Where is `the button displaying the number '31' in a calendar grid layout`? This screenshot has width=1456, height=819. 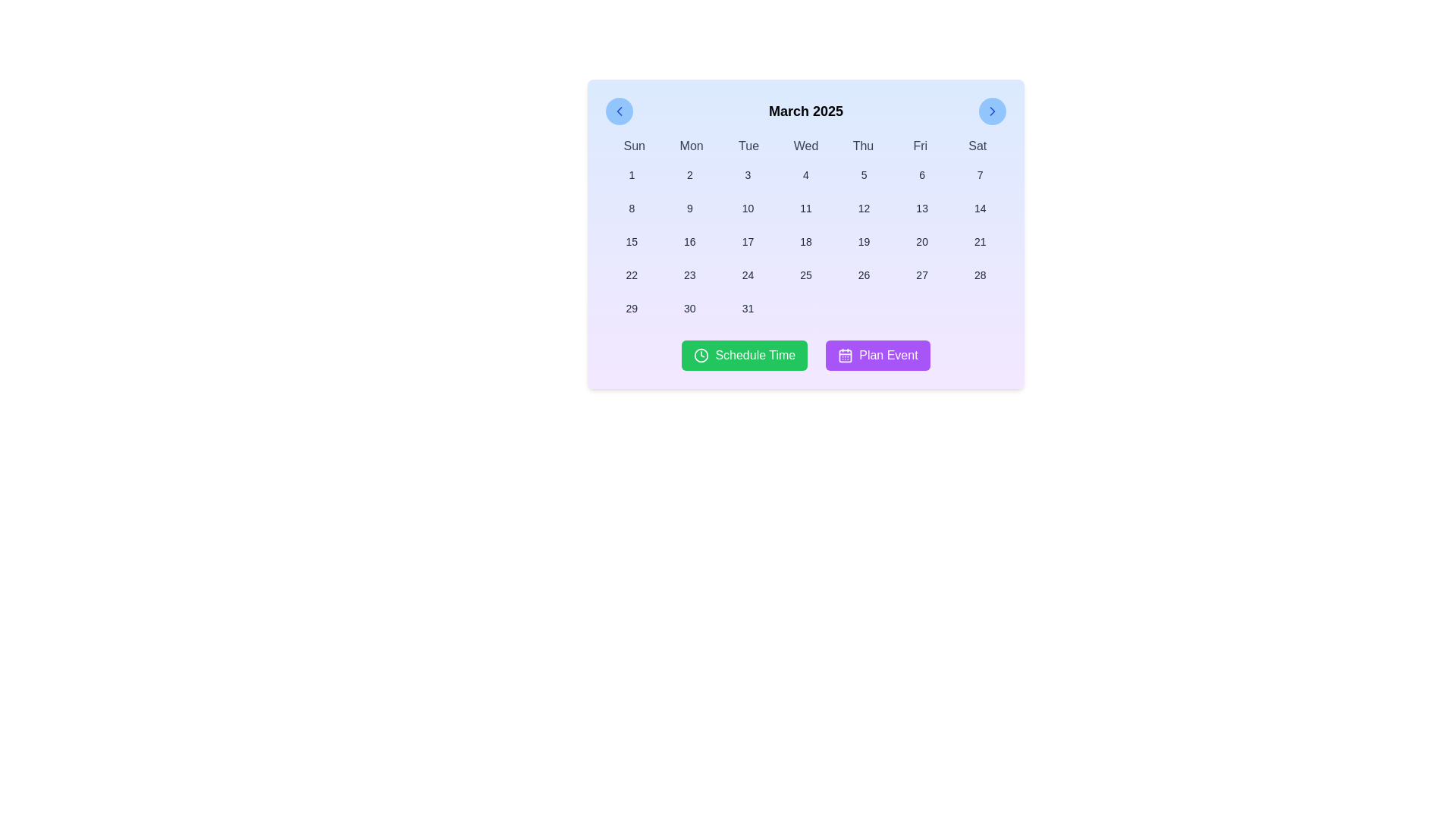 the button displaying the number '31' in a calendar grid layout is located at coordinates (748, 308).